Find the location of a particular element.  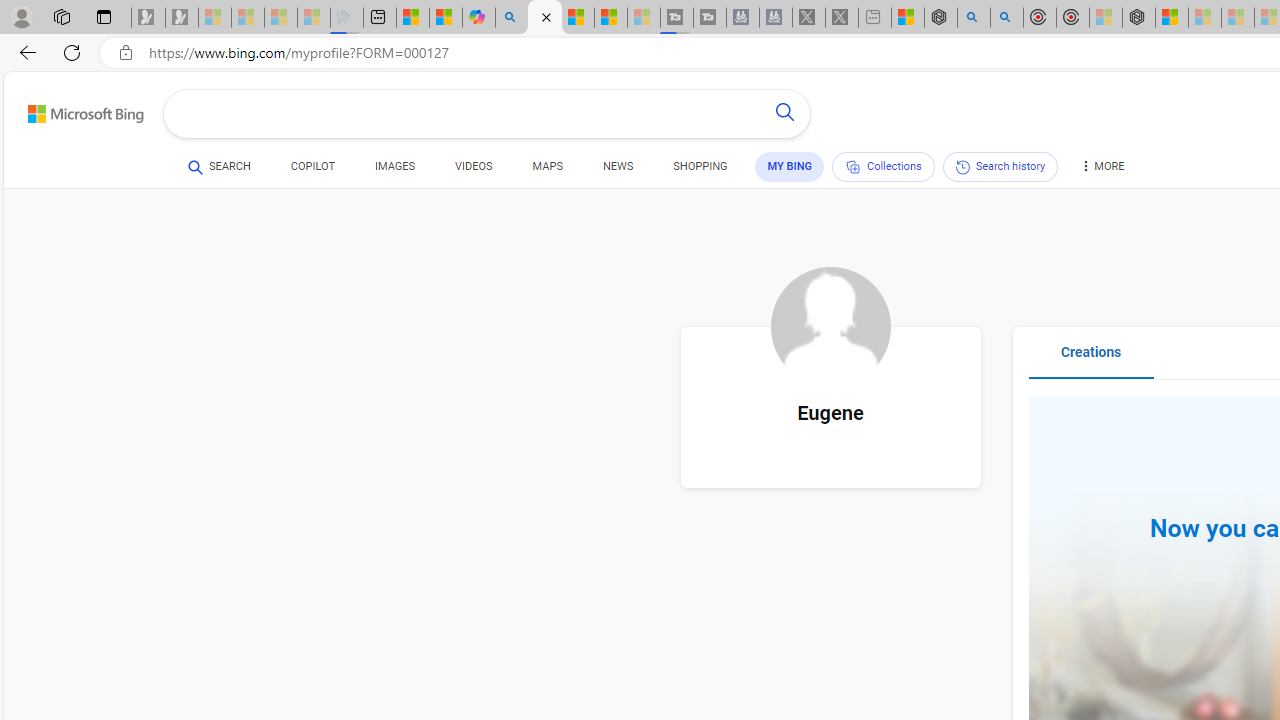

'NEWS' is located at coordinates (617, 166).